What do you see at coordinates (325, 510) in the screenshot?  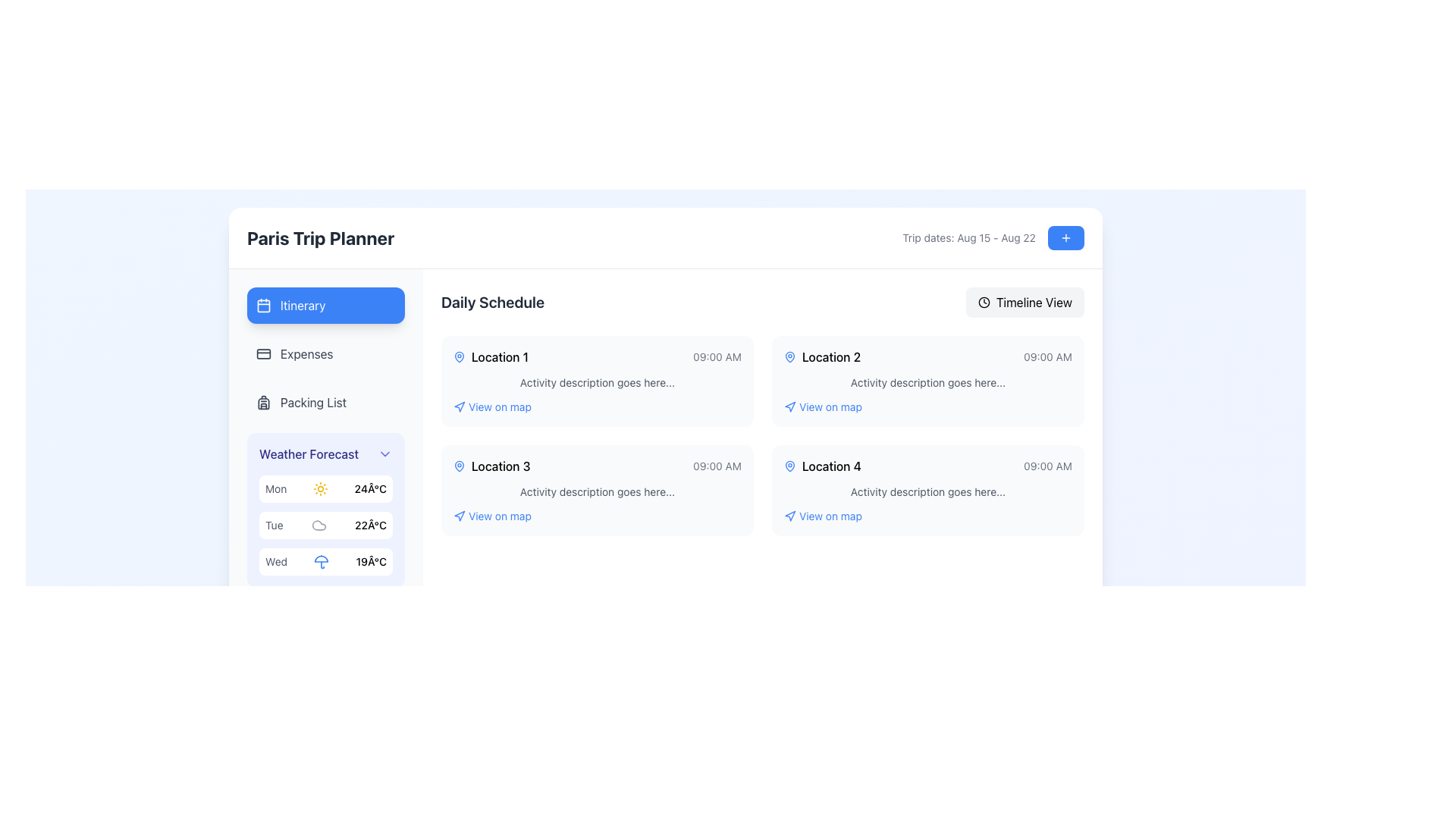 I see `weather forecast information displayed in the Information section located in the left sidebar, below the menu entries 'Itinerary', 'Expenses', and 'Packing List'` at bounding box center [325, 510].